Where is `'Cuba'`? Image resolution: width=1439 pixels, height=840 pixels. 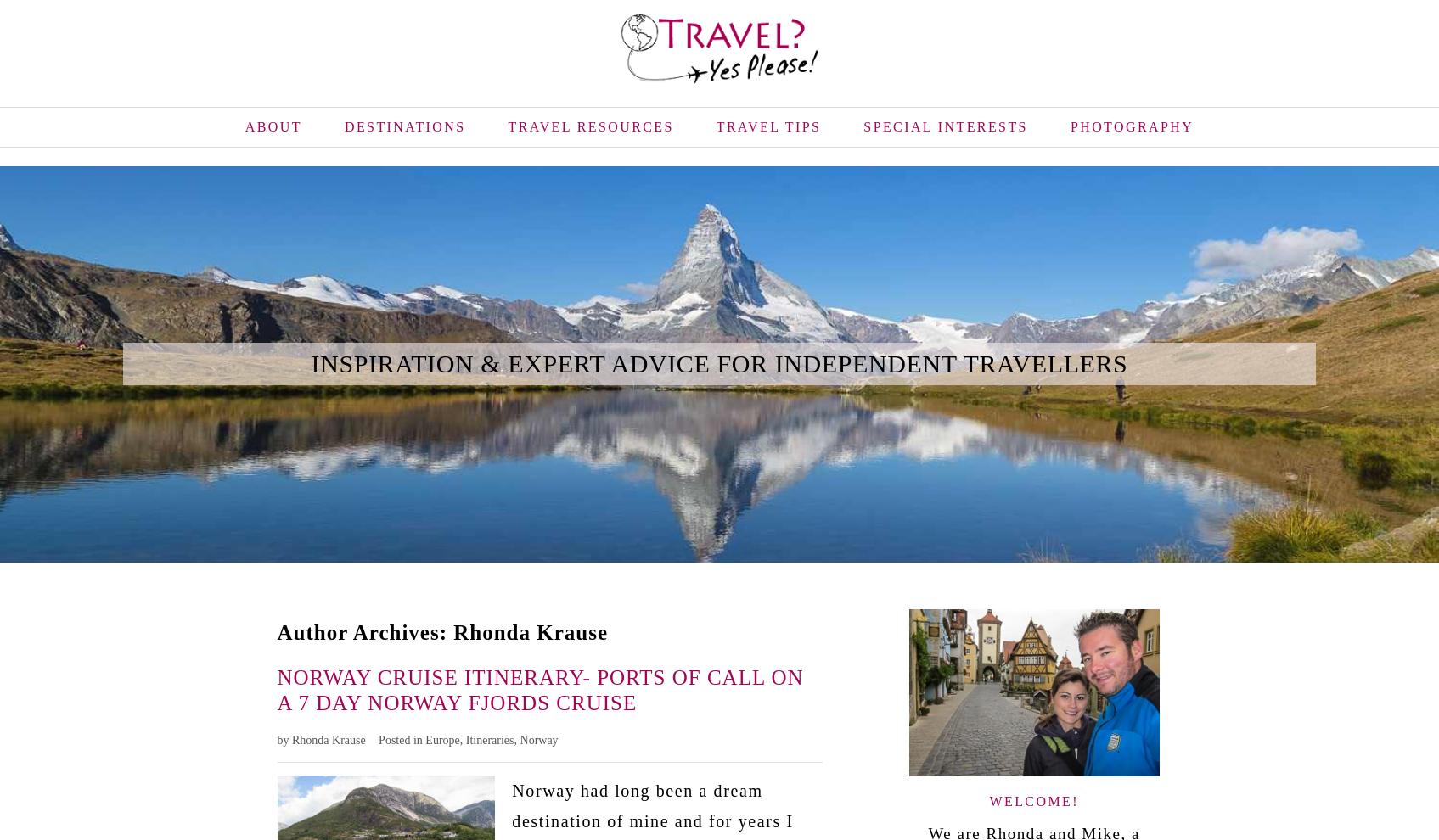 'Cuba' is located at coordinates (537, 199).